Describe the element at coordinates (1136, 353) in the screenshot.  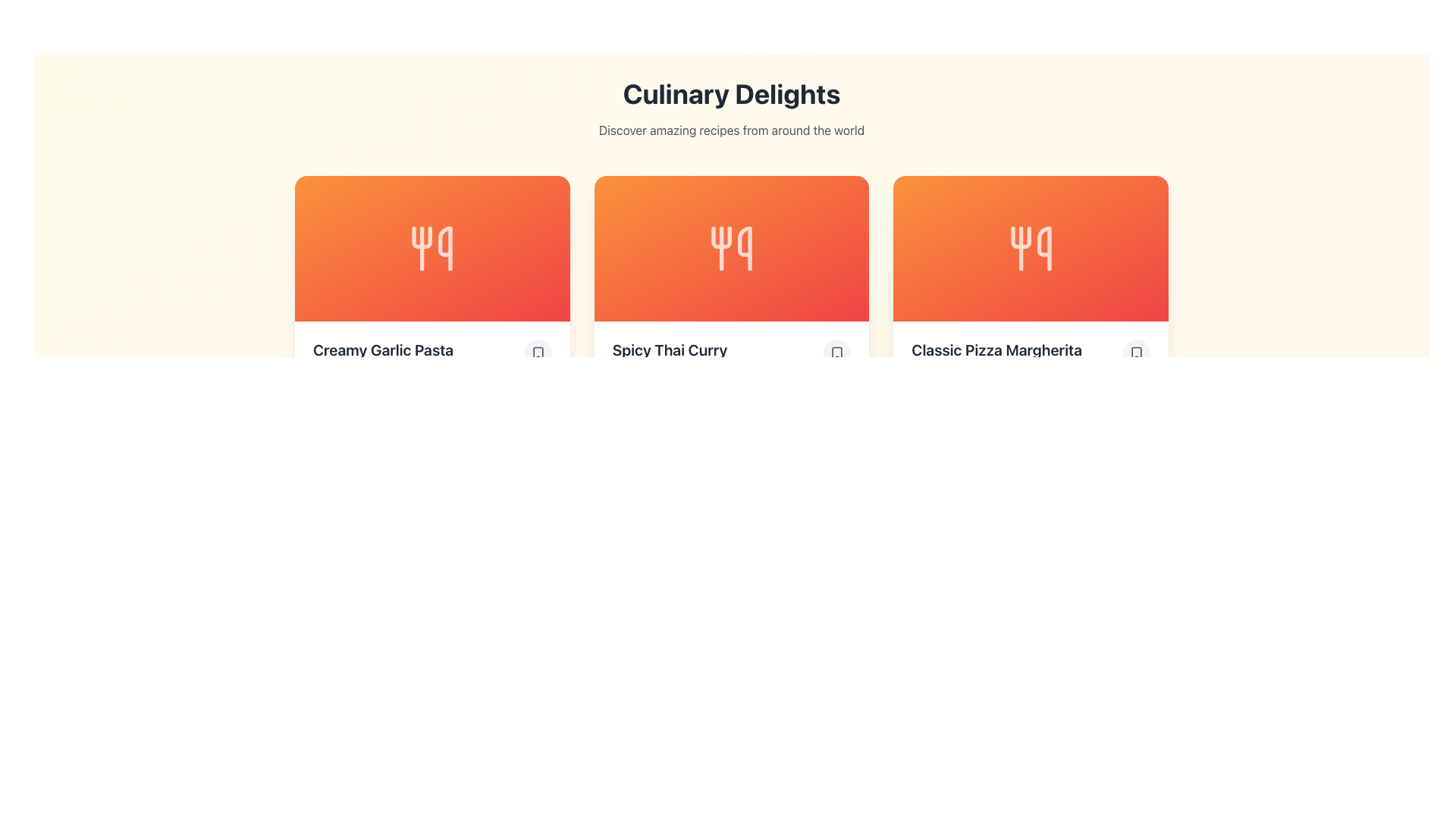
I see `the bookmark toggle button located in the top right corner of the 'Classic Pizza Margherita' card` at that location.